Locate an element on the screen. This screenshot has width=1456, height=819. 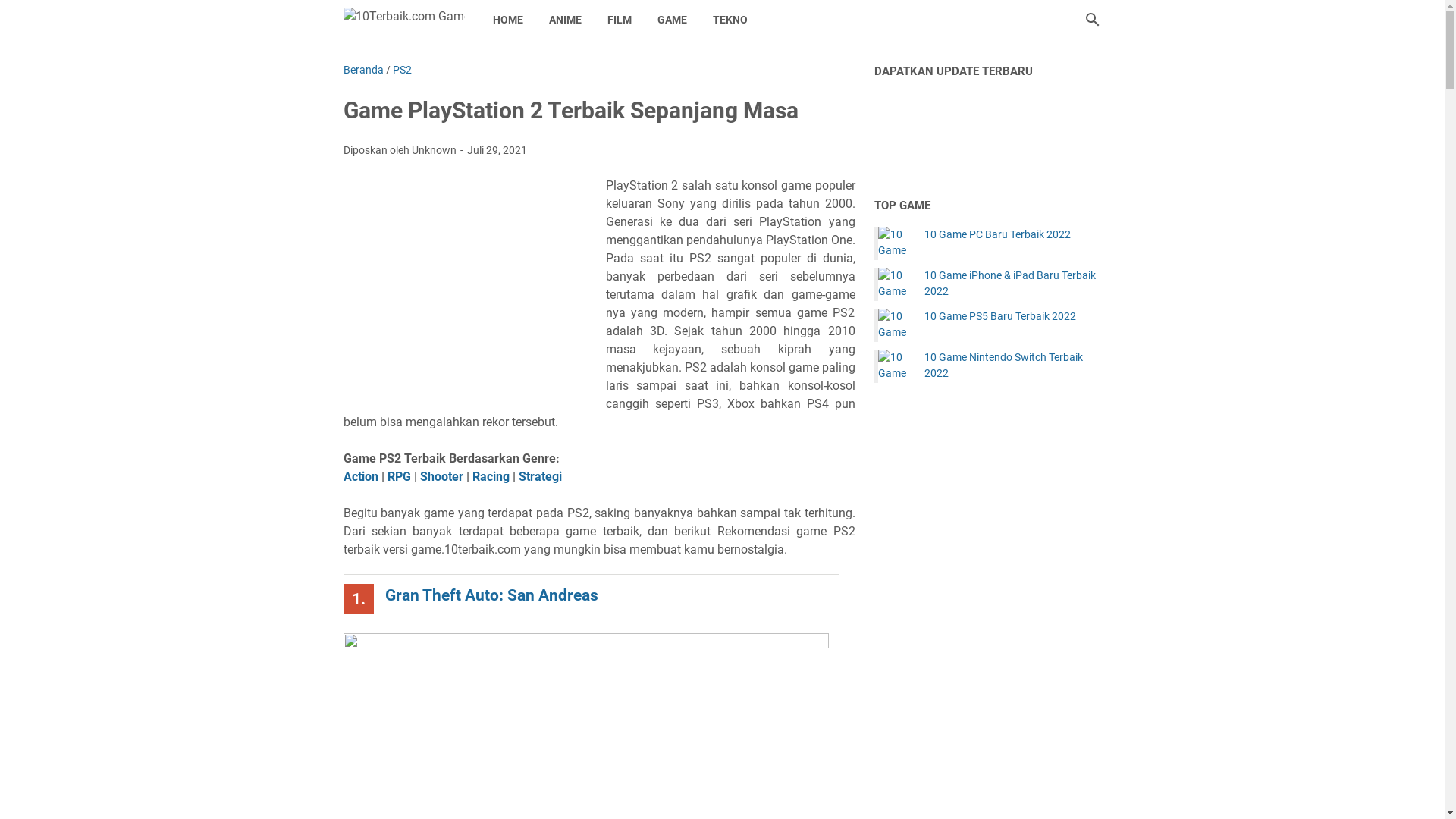
'Advertisement' is located at coordinates (473, 287).